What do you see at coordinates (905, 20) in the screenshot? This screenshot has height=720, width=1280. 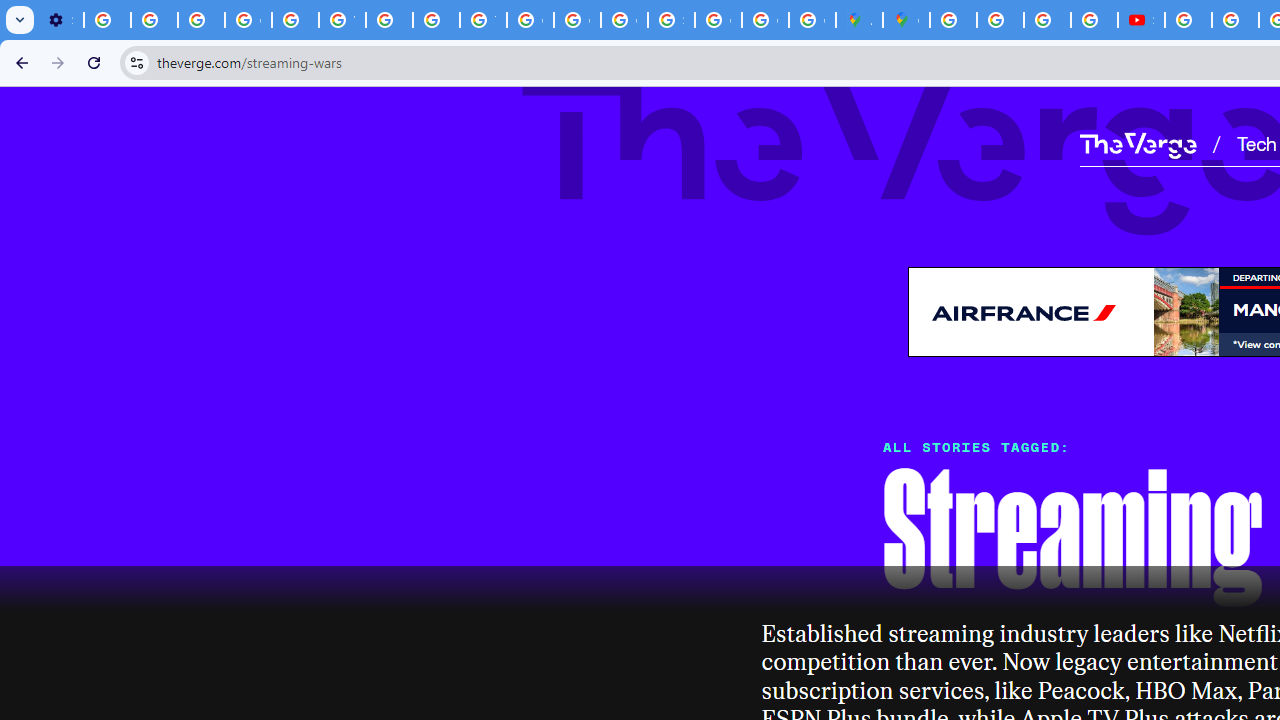 I see `'Google Maps'` at bounding box center [905, 20].